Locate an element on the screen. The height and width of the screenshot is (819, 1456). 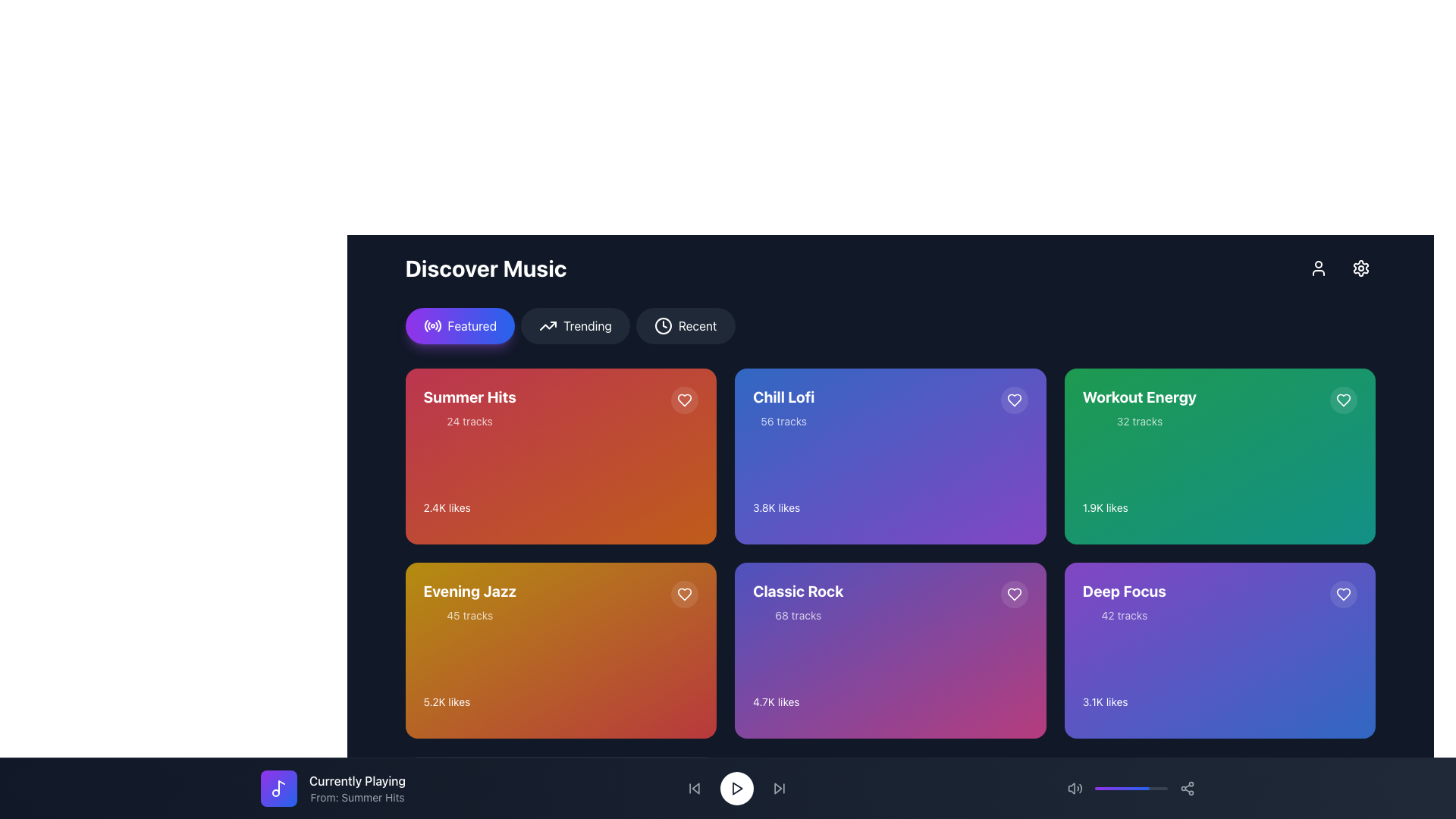
the Text Label that informs users about the currently playing media, located at the bottom center of the interface above the 'From: Summer Hits' text is located at coordinates (356, 780).